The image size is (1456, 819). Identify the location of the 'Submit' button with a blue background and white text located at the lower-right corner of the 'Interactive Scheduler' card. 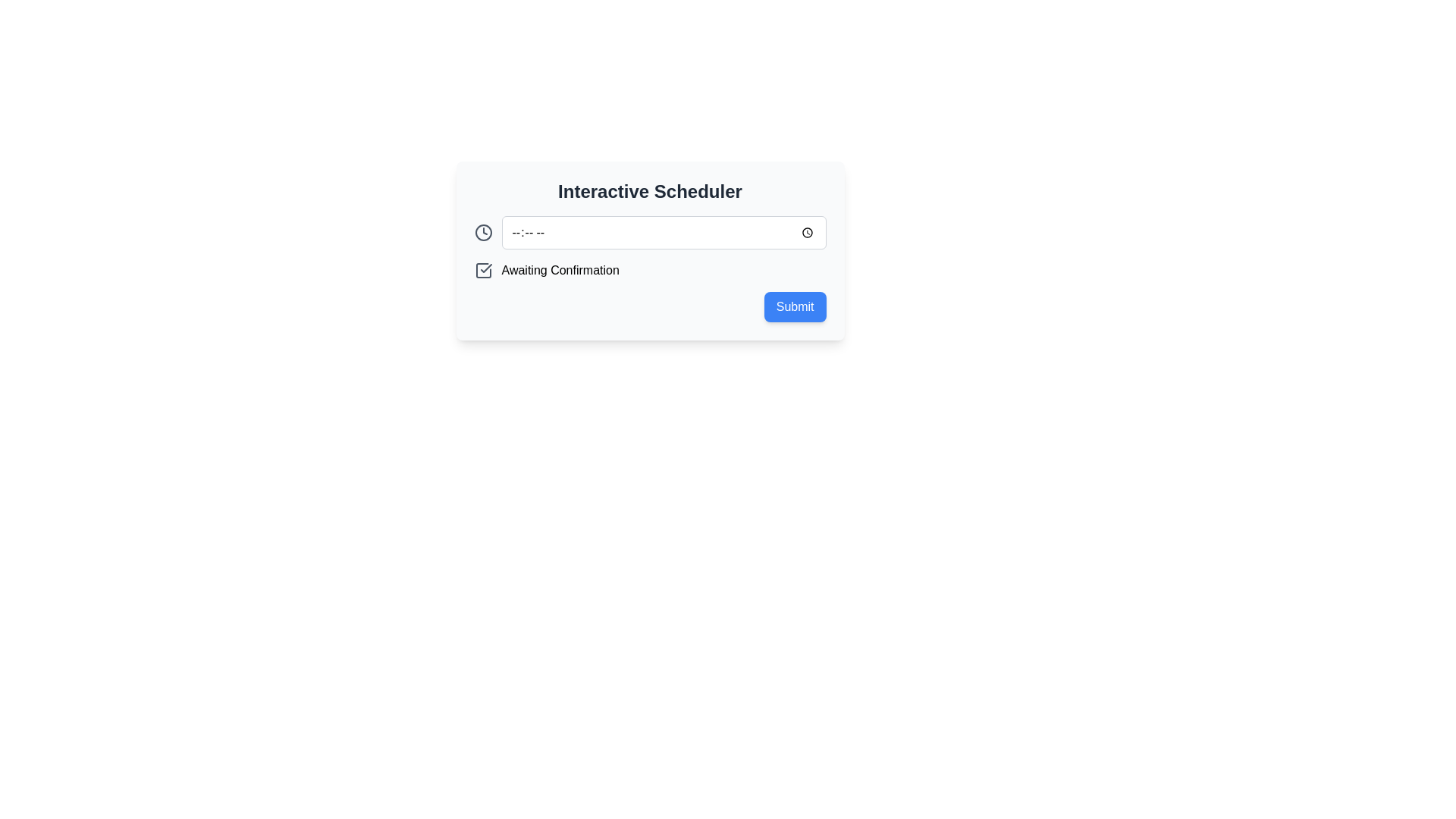
(794, 307).